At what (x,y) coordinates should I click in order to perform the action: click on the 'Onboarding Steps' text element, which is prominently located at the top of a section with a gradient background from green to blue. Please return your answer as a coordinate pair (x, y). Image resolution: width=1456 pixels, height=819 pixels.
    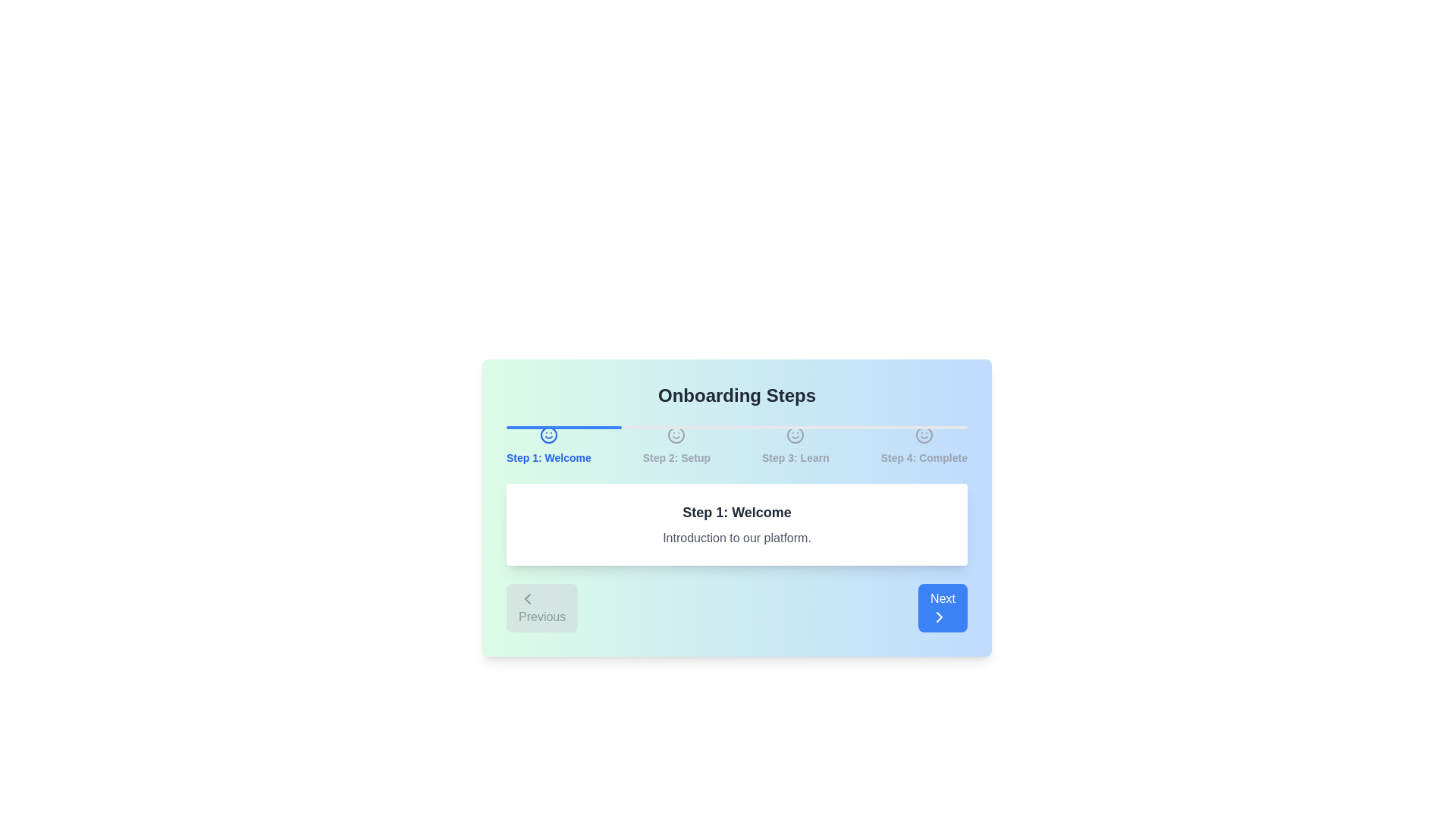
    Looking at the image, I should click on (736, 394).